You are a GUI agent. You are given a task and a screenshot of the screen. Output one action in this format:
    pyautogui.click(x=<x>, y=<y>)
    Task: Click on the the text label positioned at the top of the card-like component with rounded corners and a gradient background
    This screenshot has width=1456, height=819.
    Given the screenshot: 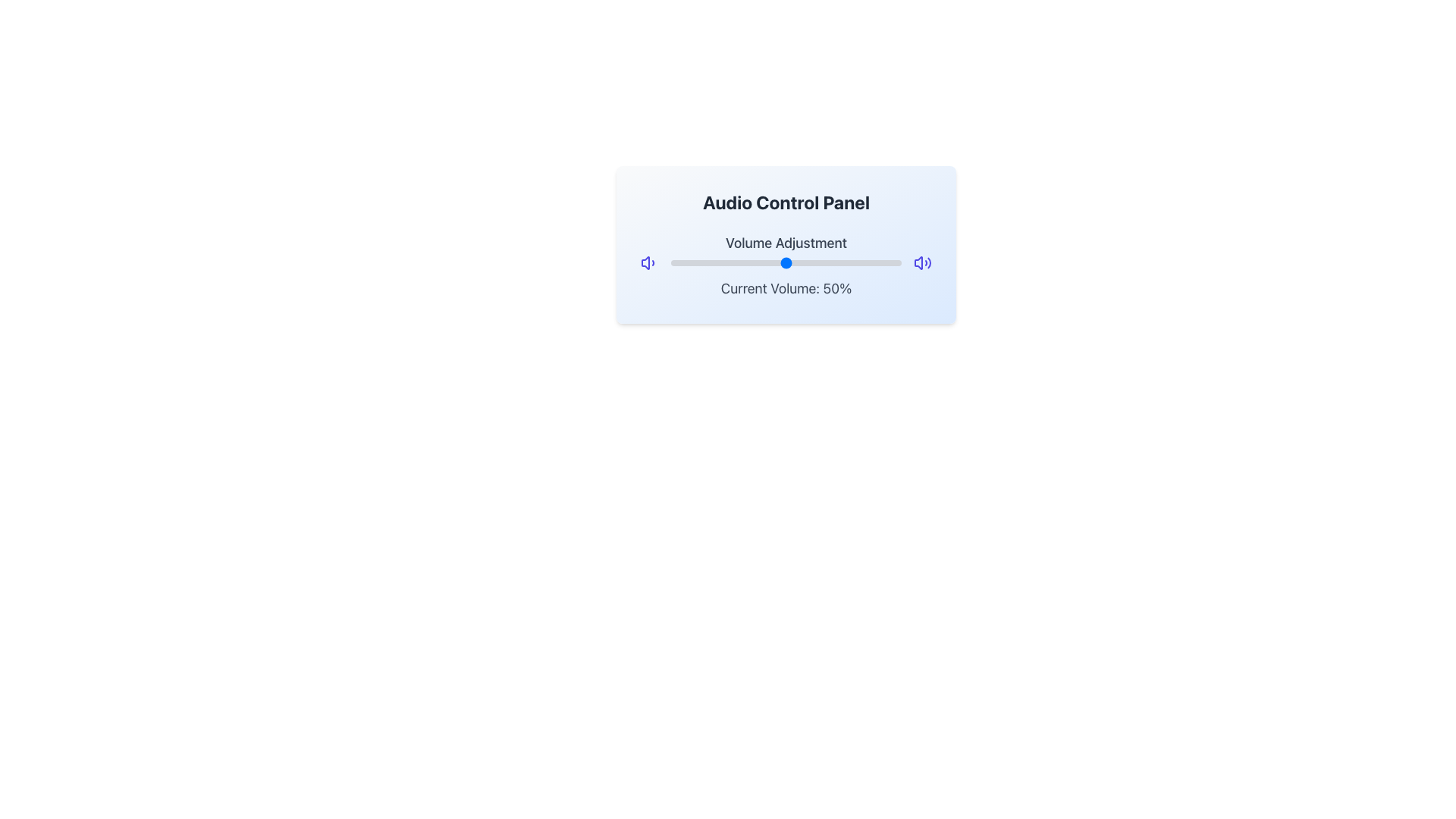 What is the action you would take?
    pyautogui.click(x=786, y=201)
    